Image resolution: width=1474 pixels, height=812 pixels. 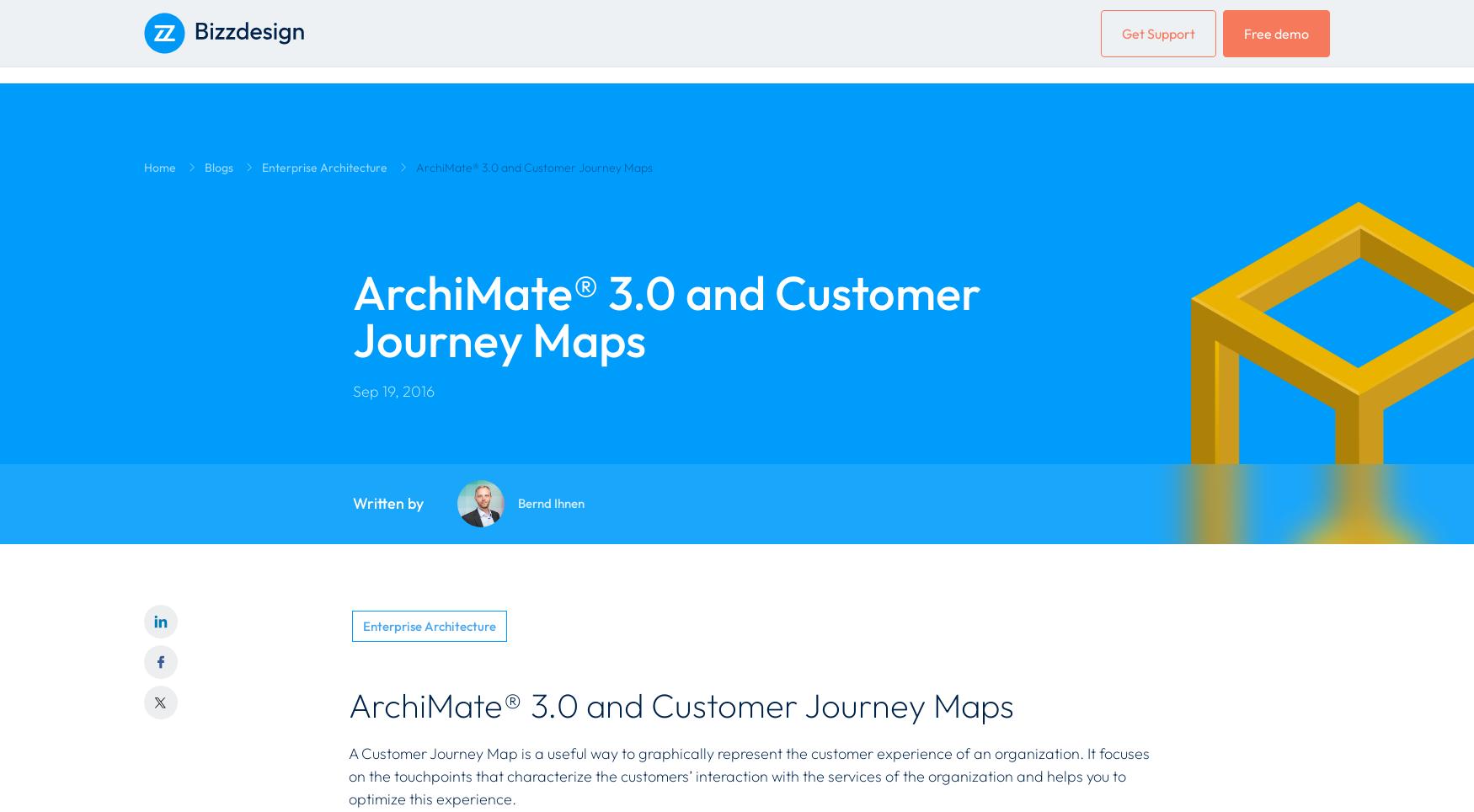 I want to click on 'Lifetime Success Services', so click(x=142, y=272).